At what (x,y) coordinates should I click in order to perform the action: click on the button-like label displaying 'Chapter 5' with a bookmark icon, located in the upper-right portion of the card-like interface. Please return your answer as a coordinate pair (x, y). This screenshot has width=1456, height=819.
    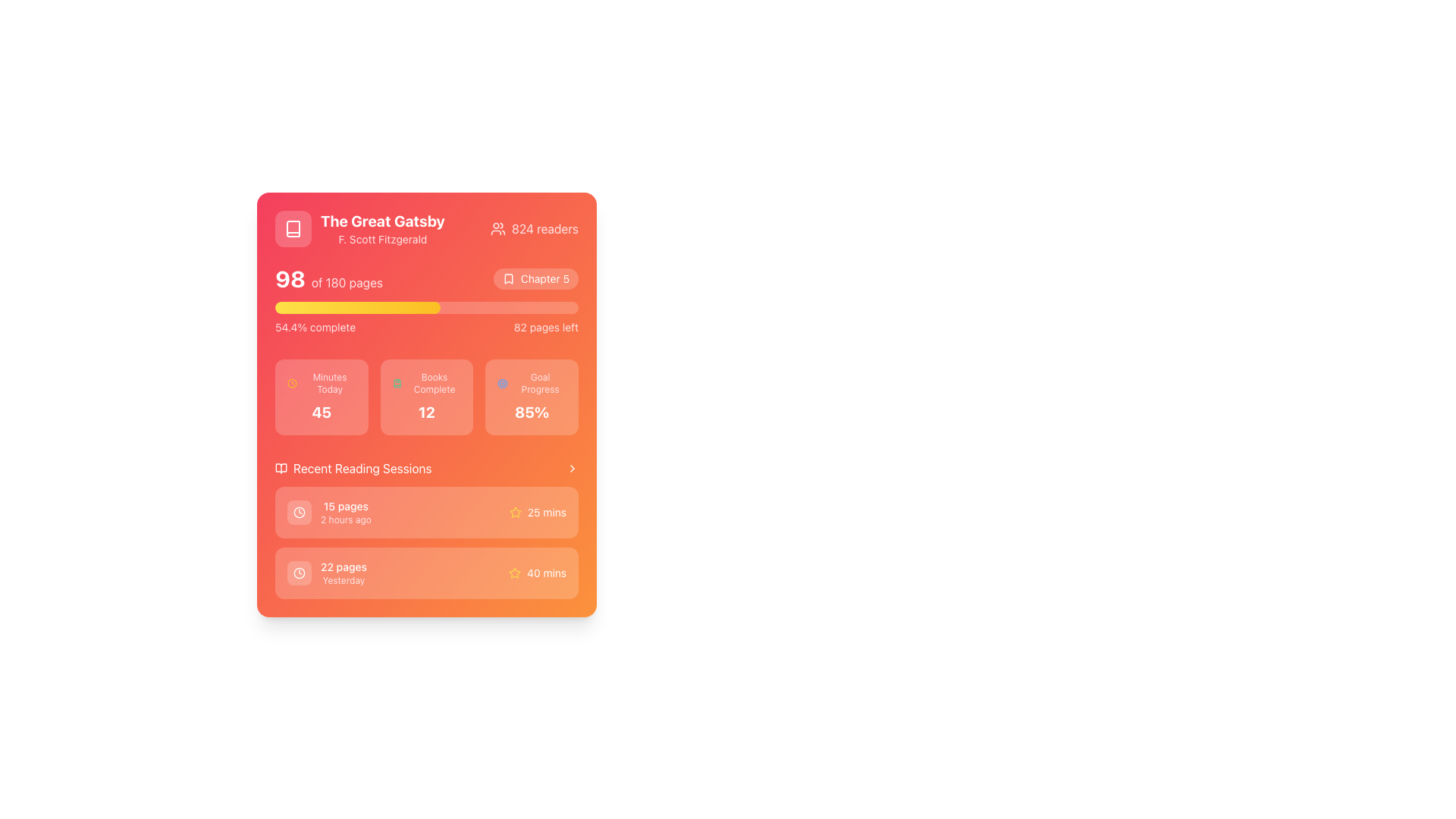
    Looking at the image, I should click on (535, 278).